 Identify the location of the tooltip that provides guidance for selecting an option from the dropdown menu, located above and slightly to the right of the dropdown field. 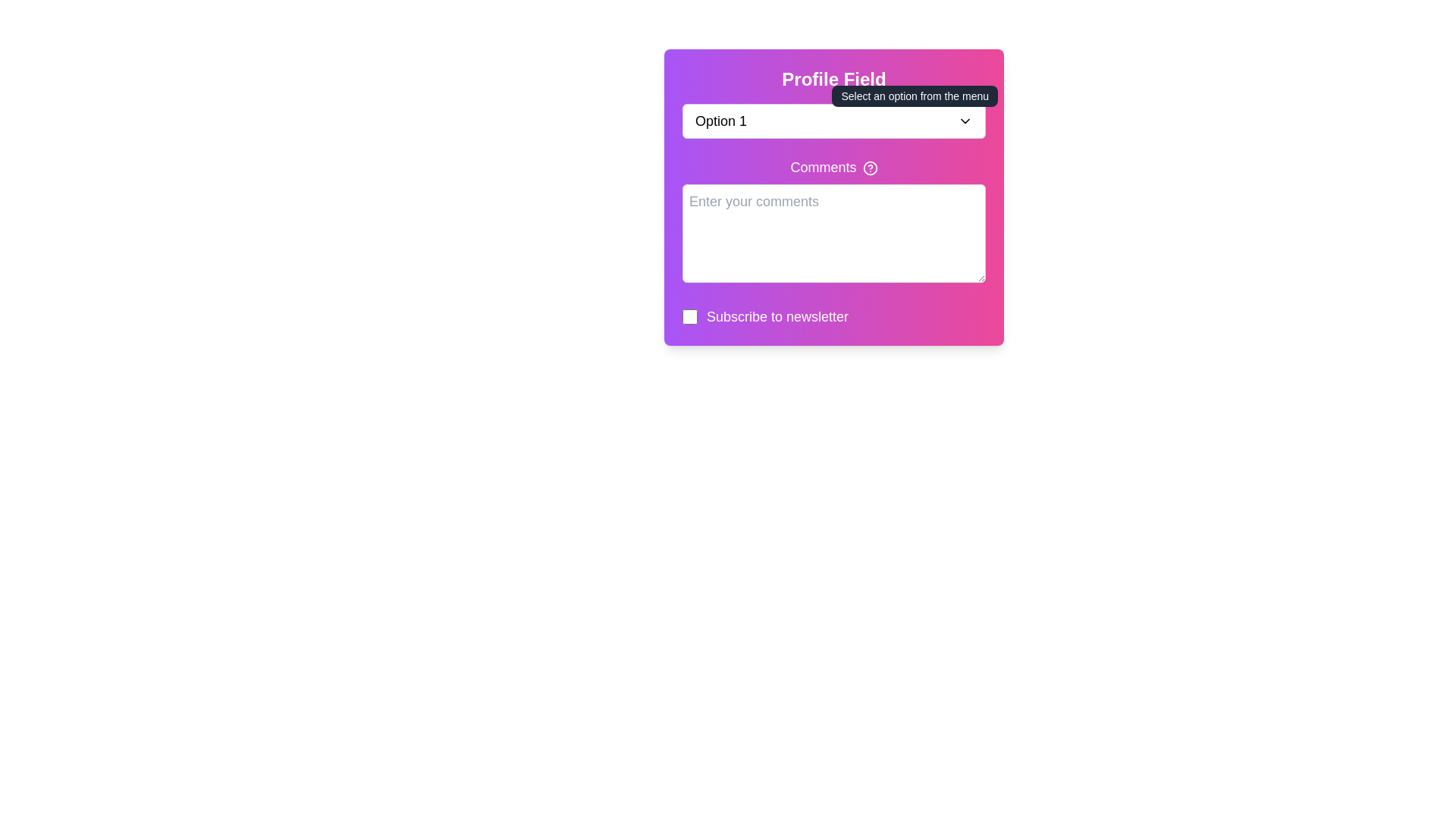
(914, 96).